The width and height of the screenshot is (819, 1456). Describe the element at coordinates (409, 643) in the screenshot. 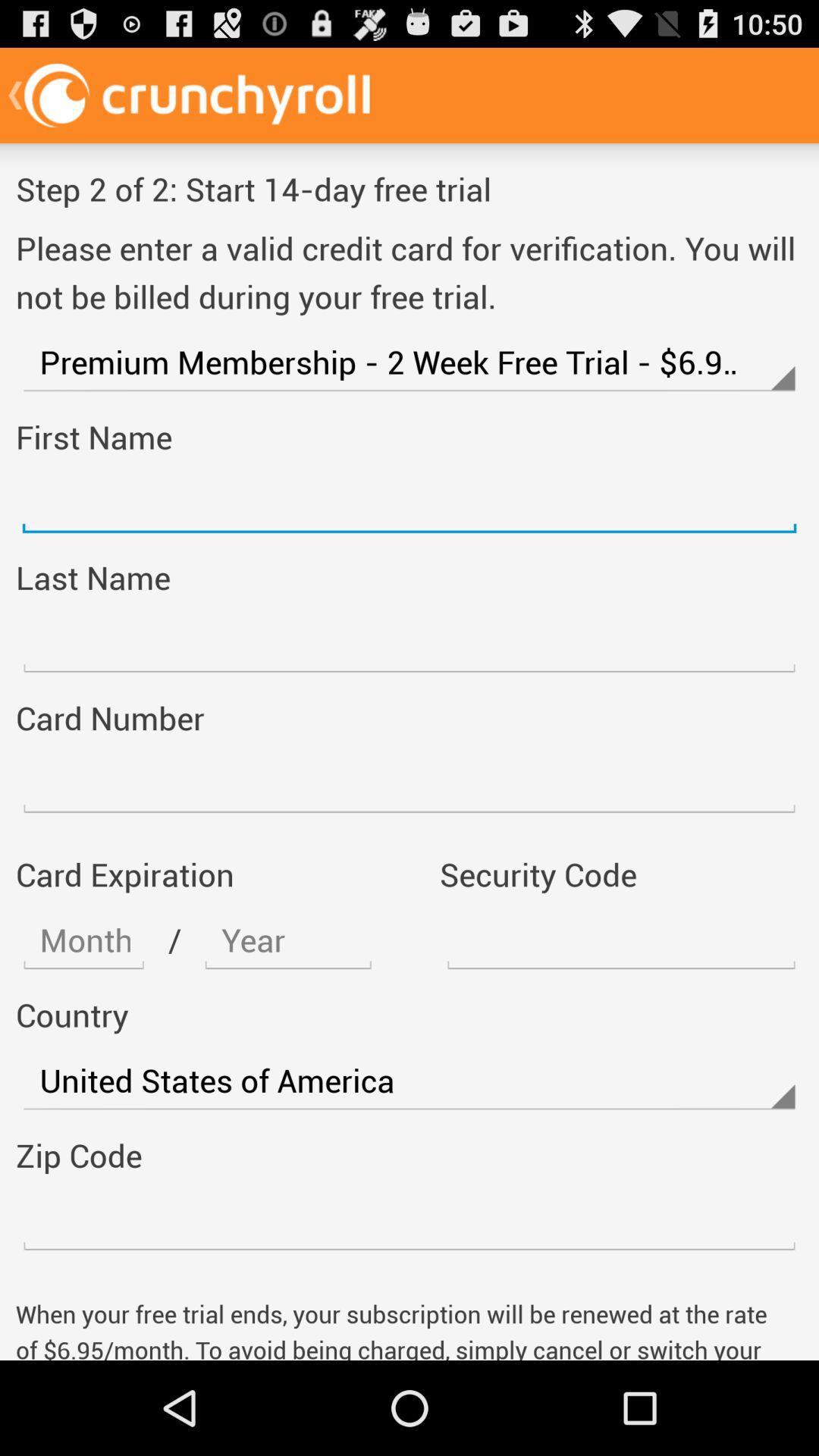

I see `your last name` at that location.